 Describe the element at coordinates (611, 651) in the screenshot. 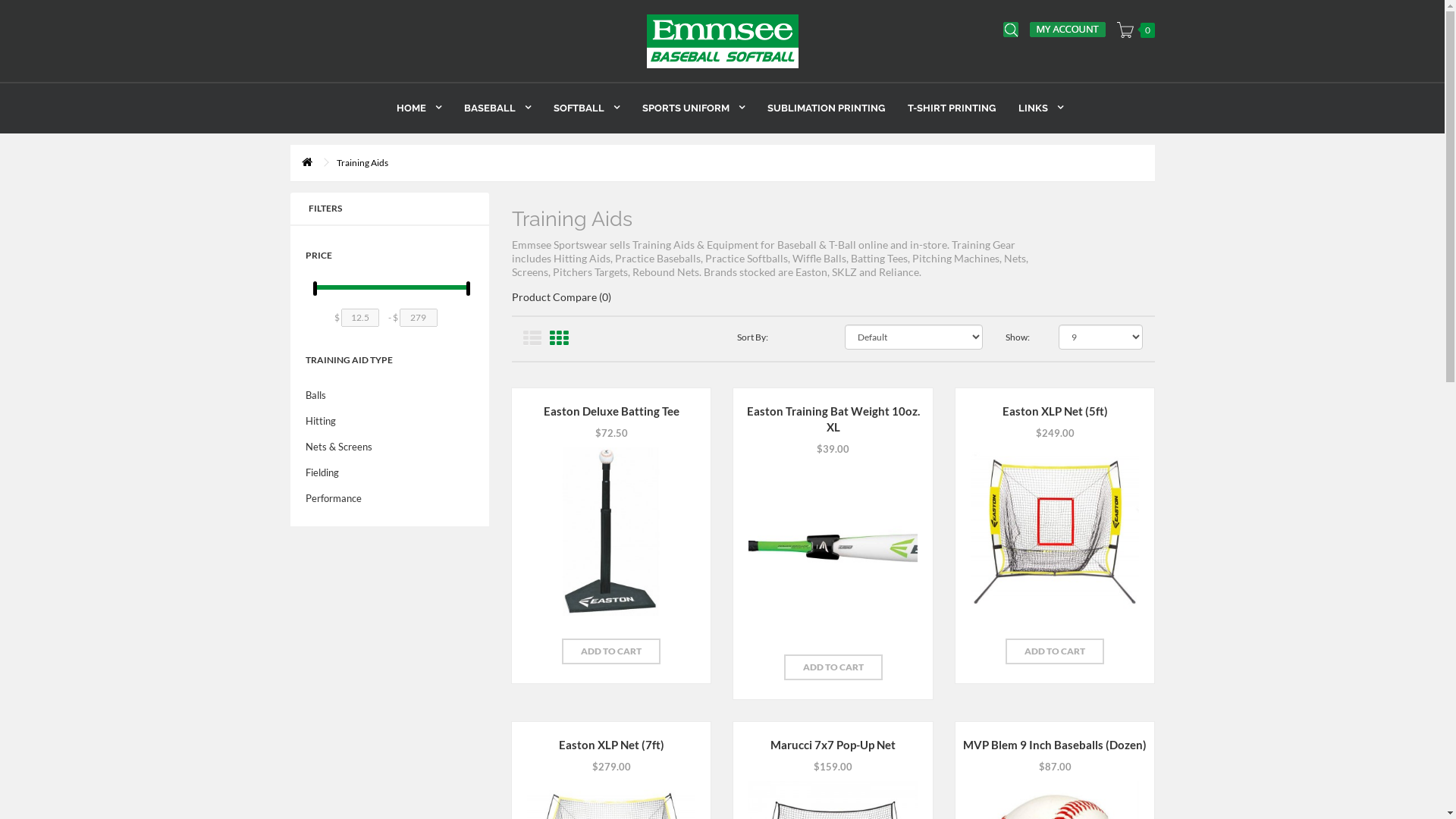

I see `'ADD TO CART'` at that location.